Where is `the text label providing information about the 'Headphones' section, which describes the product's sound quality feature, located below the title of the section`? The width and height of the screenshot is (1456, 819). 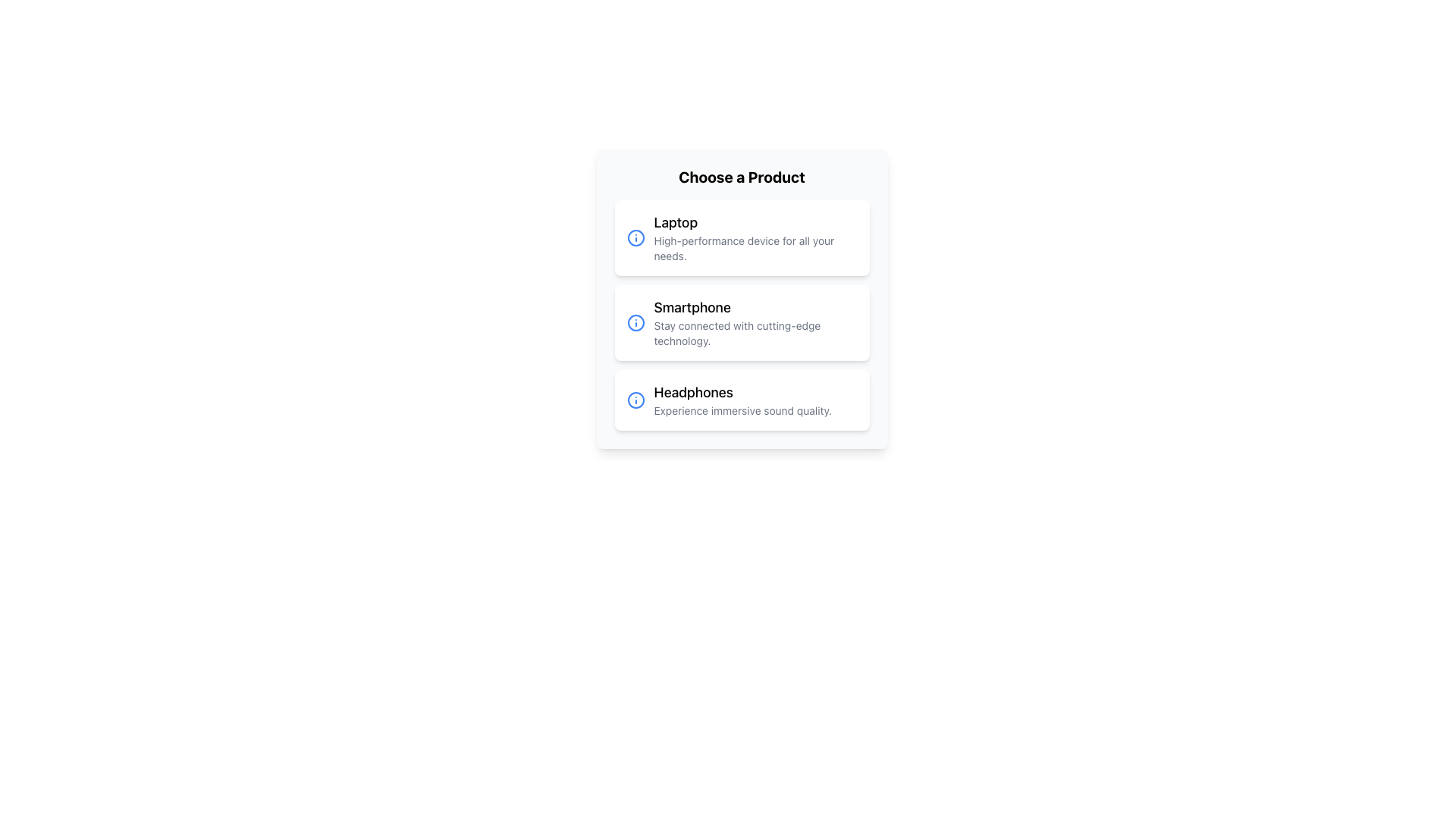
the text label providing information about the 'Headphones' section, which describes the product's sound quality feature, located below the title of the section is located at coordinates (755, 411).